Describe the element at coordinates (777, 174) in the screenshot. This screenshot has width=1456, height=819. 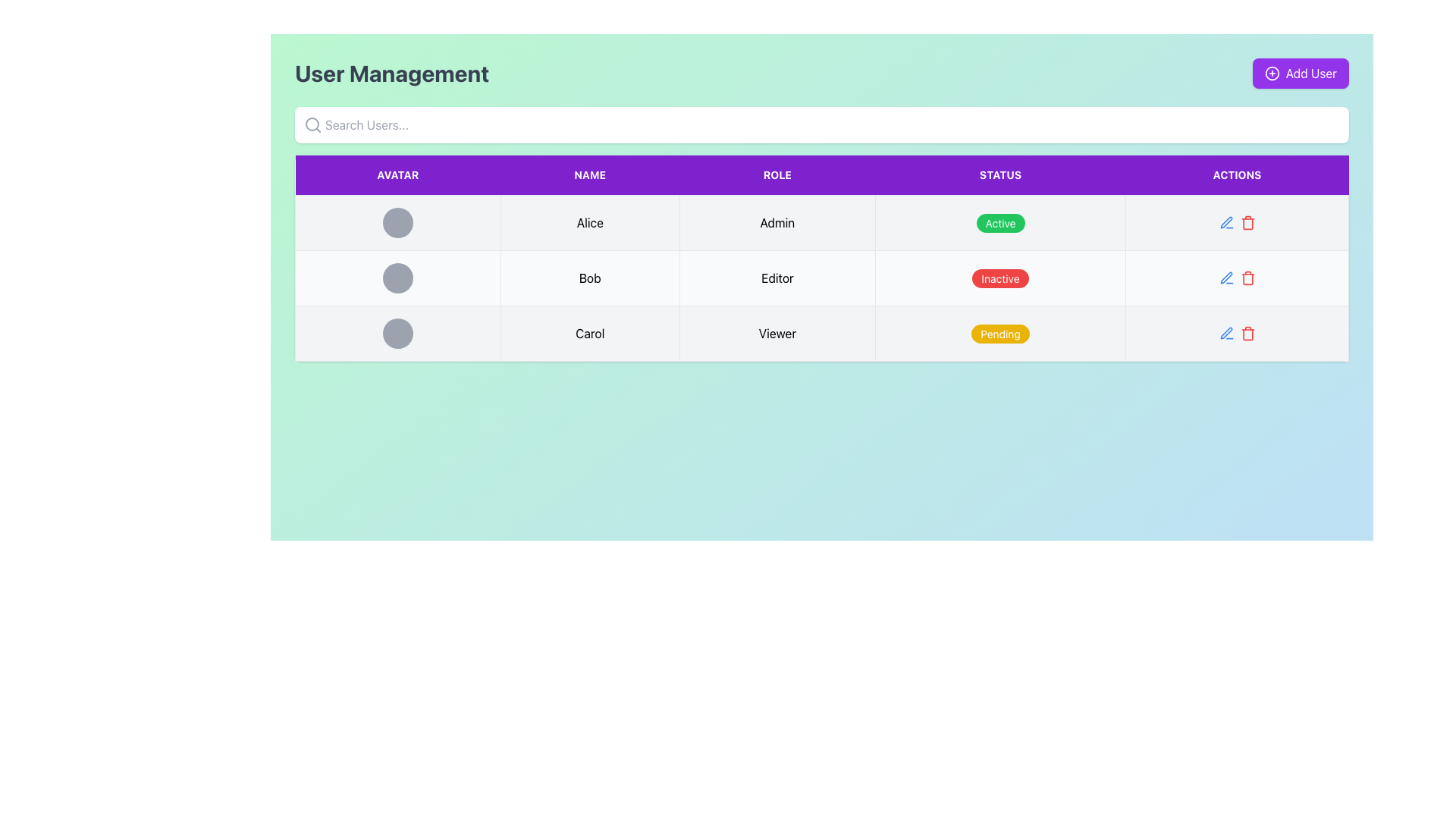
I see `the Table Header Cell for the 'ROLE' column, which is the third cell from the left in the header row, located between the 'NAME' and 'STATUS' cells` at that location.